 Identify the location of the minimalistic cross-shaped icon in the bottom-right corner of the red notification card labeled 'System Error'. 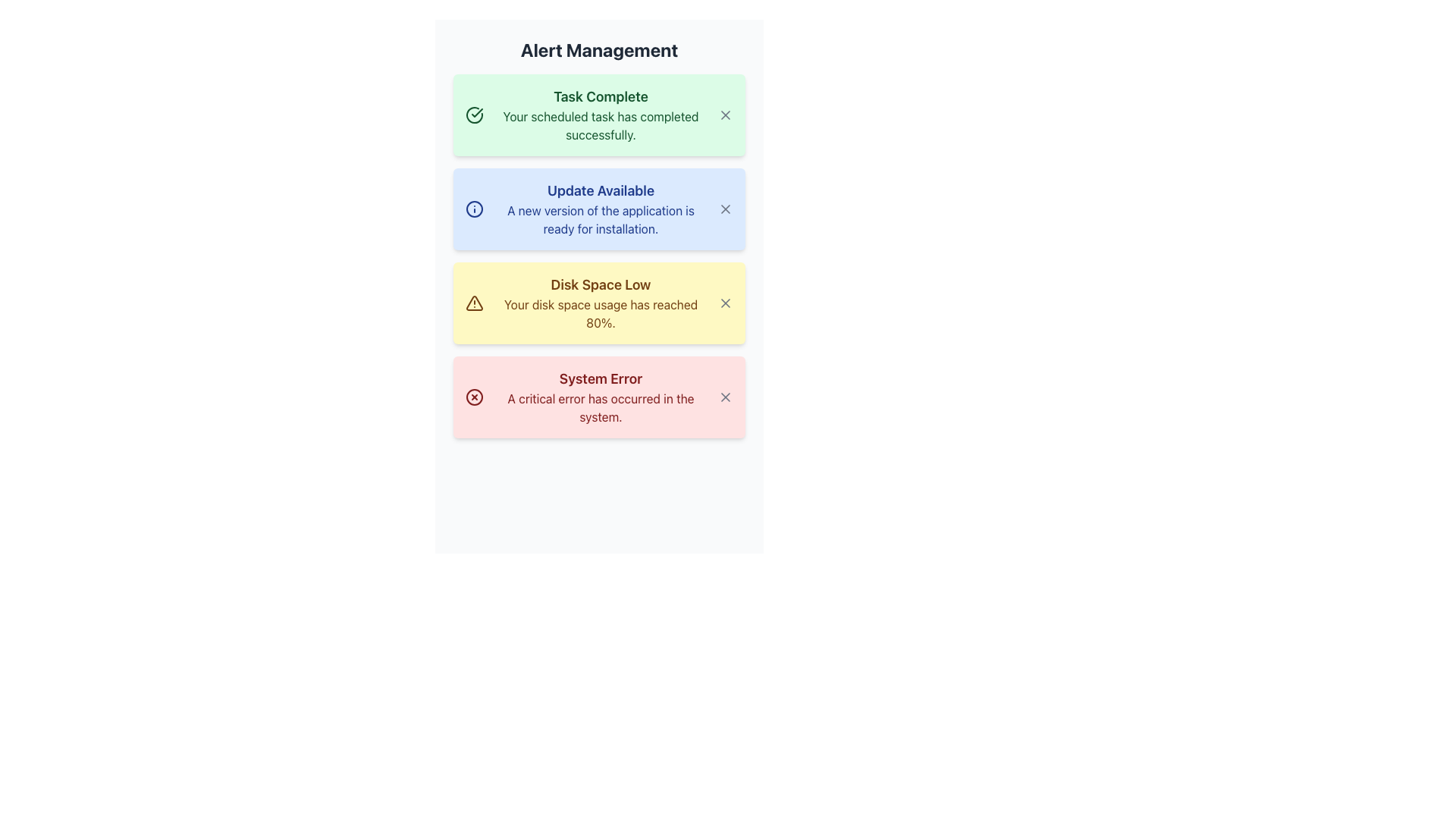
(724, 397).